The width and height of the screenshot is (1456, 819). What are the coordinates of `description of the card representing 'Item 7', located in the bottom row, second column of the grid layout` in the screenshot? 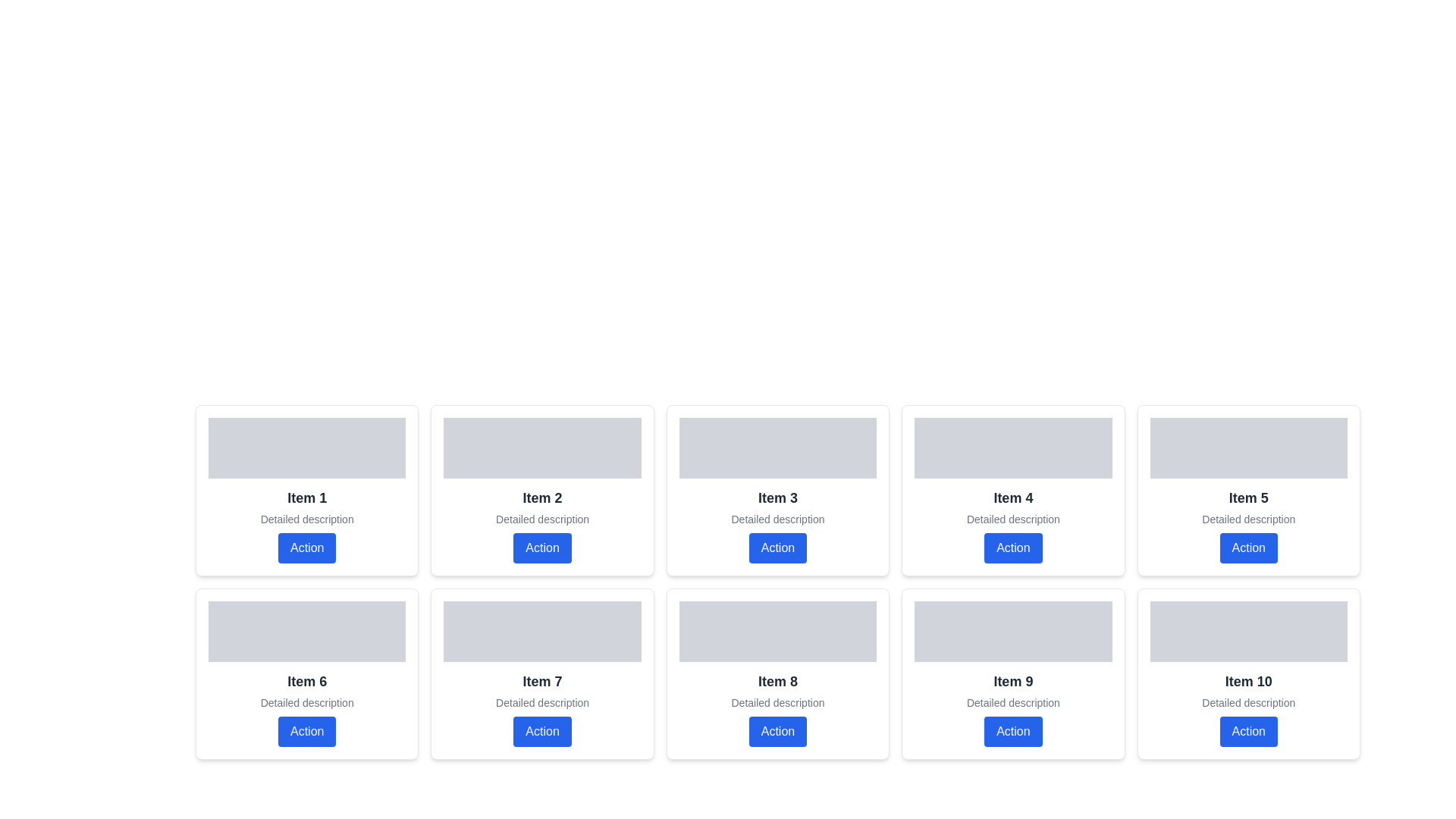 It's located at (542, 673).